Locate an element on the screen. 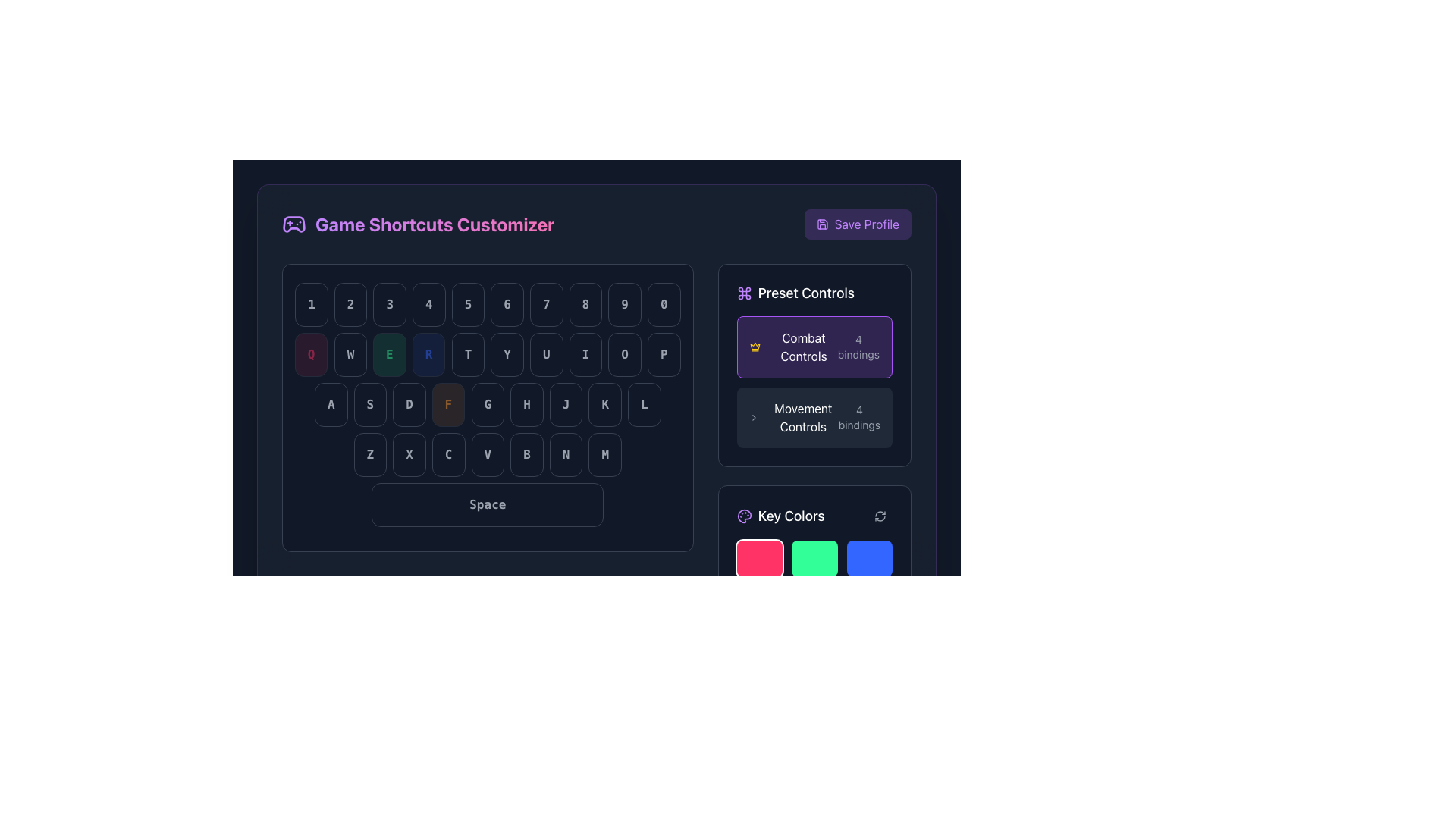 The image size is (1456, 819). the 'C' key button on the virtual keyboard, which is the third button from the left in the bottom-most row of the alphabetic array, located between 'X' and 'V' is located at coordinates (447, 454).